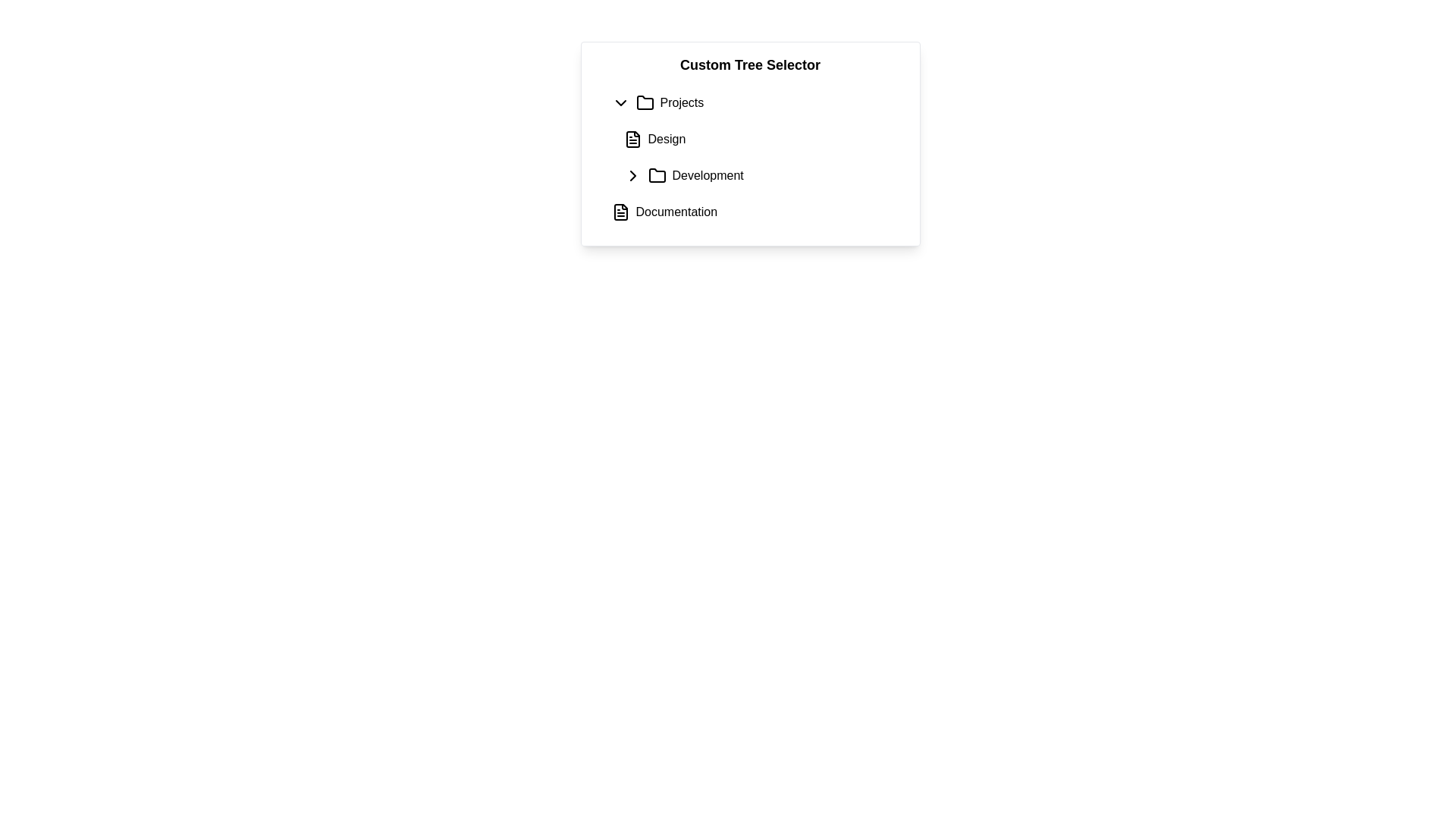 The image size is (1456, 819). Describe the element at coordinates (620, 212) in the screenshot. I see `the documentation icon located to the left of the text 'Documentation' in the hierarchical tree view` at that location.